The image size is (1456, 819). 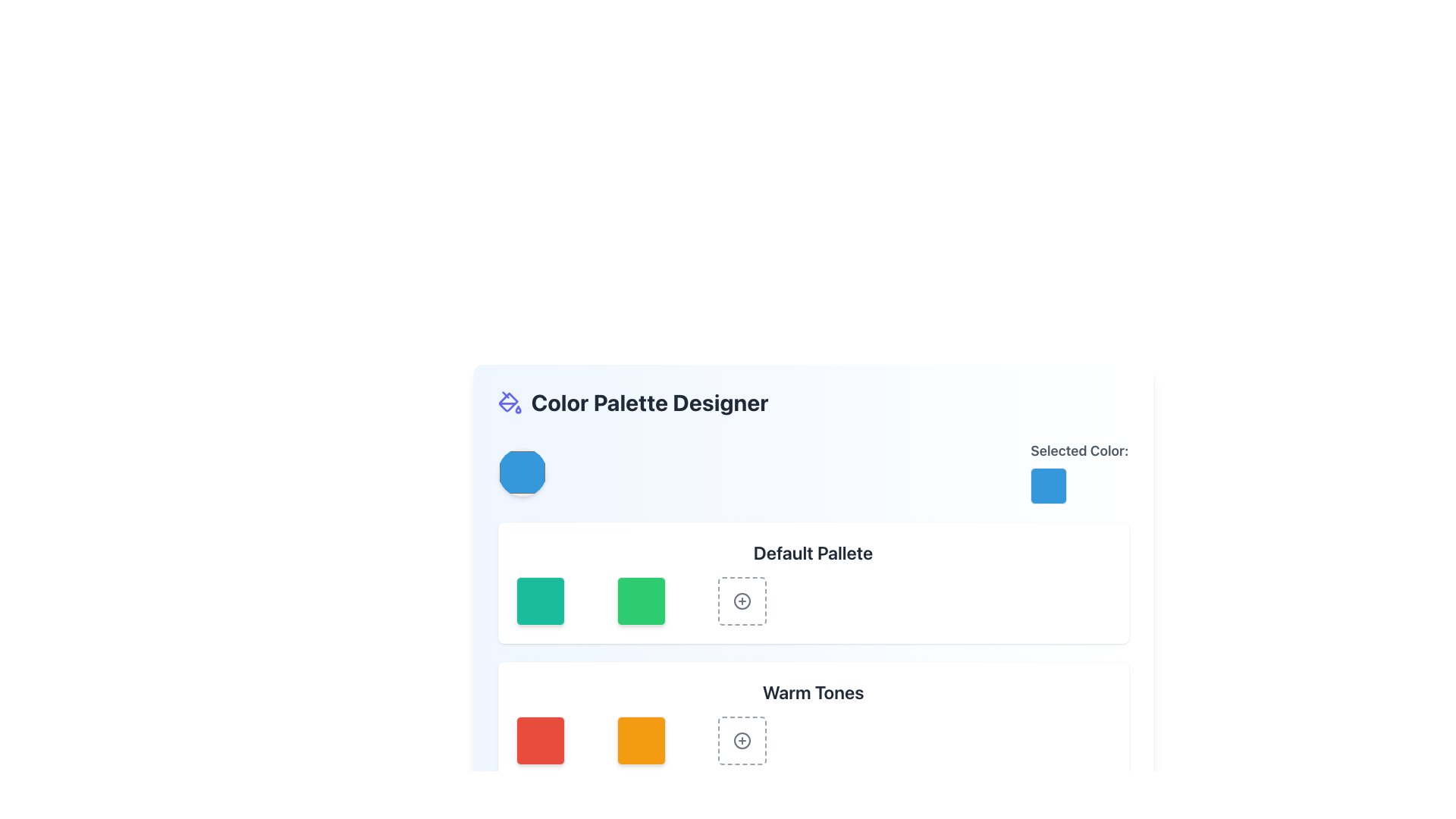 What do you see at coordinates (560, 739) in the screenshot?
I see `the first color swatch in the 'Warm Tones' row, which is a red square with rounded corners` at bounding box center [560, 739].